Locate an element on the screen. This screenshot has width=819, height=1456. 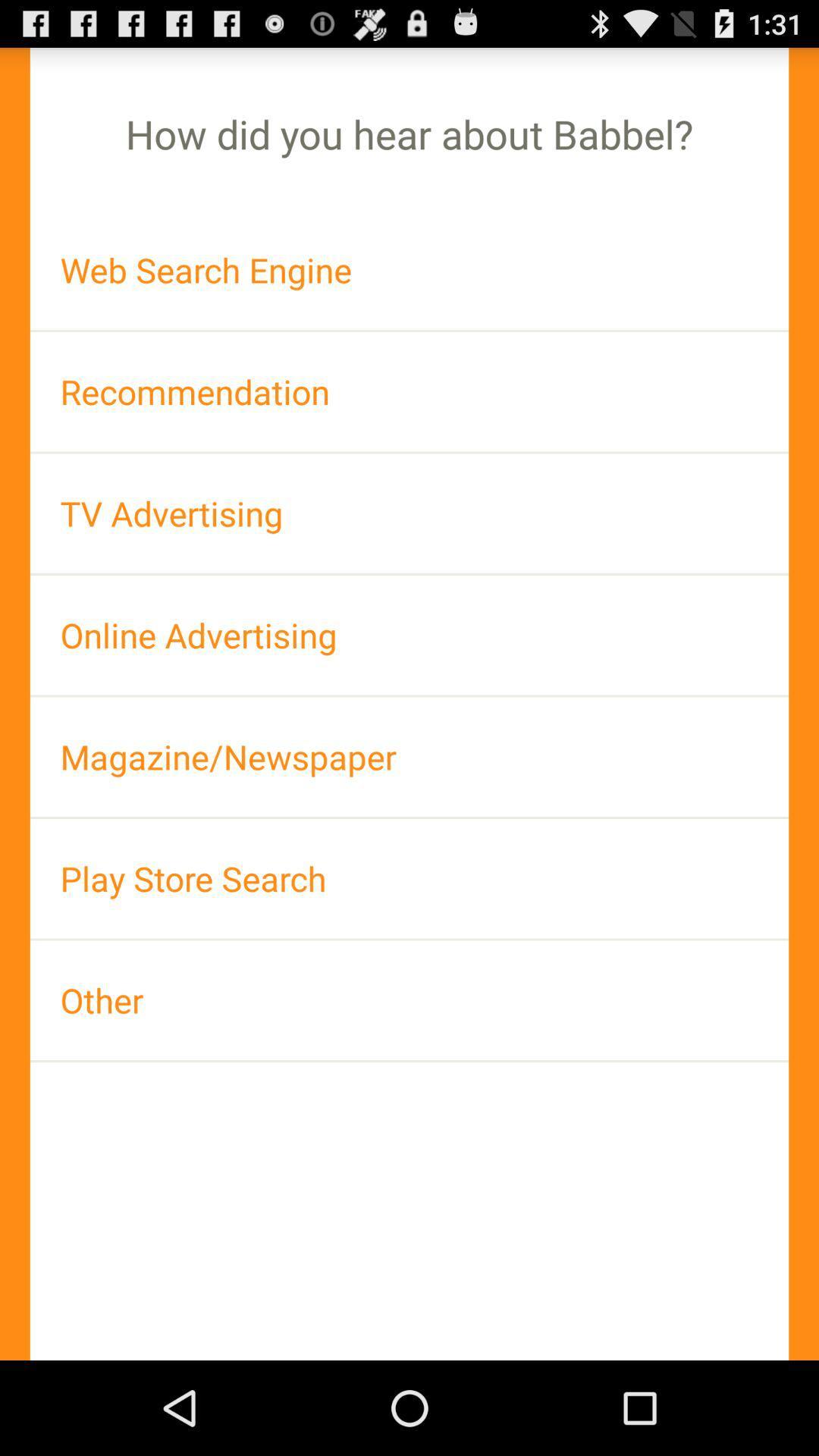
app above the play store search item is located at coordinates (409, 757).